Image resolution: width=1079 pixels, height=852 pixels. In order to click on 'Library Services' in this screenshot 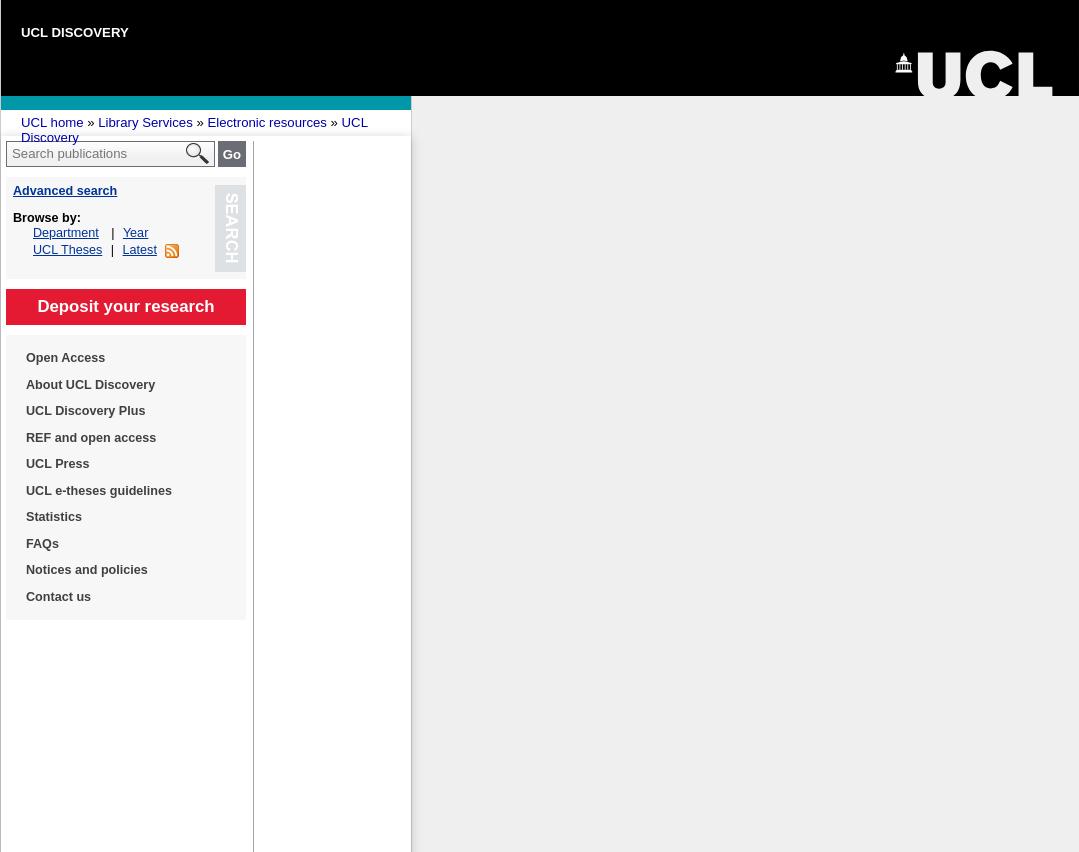, I will do `click(144, 122)`.